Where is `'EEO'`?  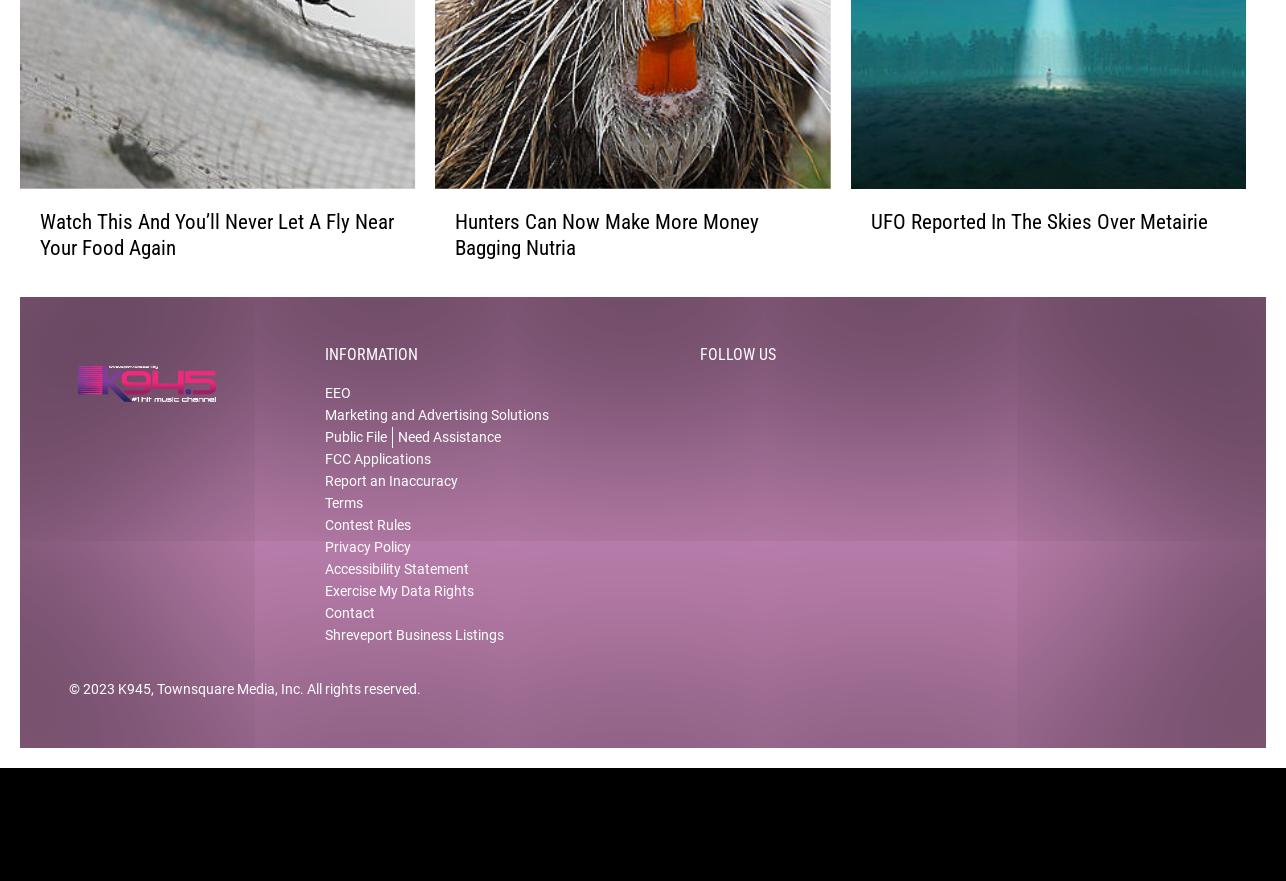 'EEO' is located at coordinates (336, 409).